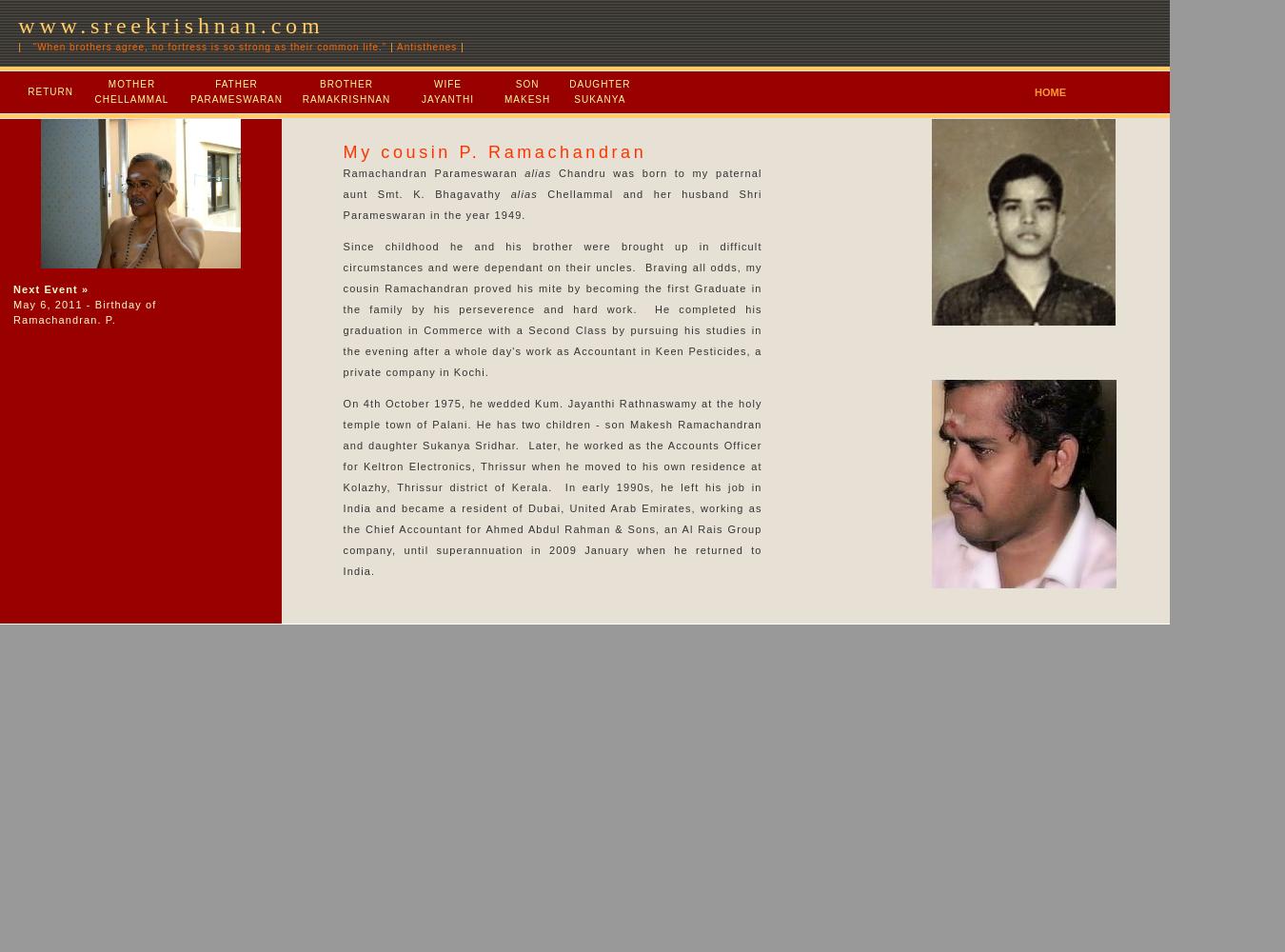  Describe the element at coordinates (12, 289) in the screenshot. I see `'Next Event »'` at that location.